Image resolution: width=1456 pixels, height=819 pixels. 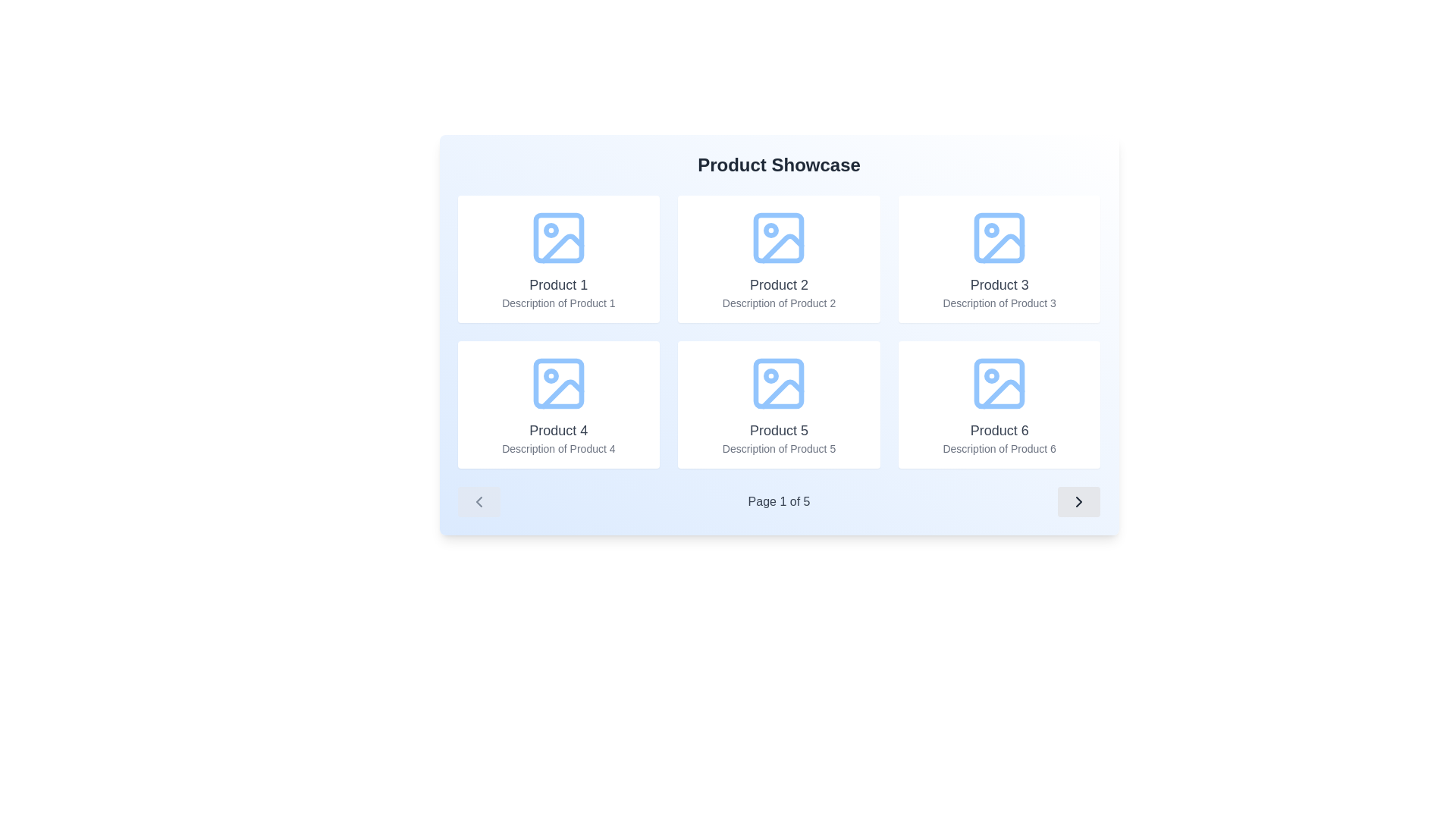 I want to click on the text label displaying 'Product 1', which is located in the first product card at the top-left of the grid layout, above the description text and below the product icon, so click(x=557, y=284).